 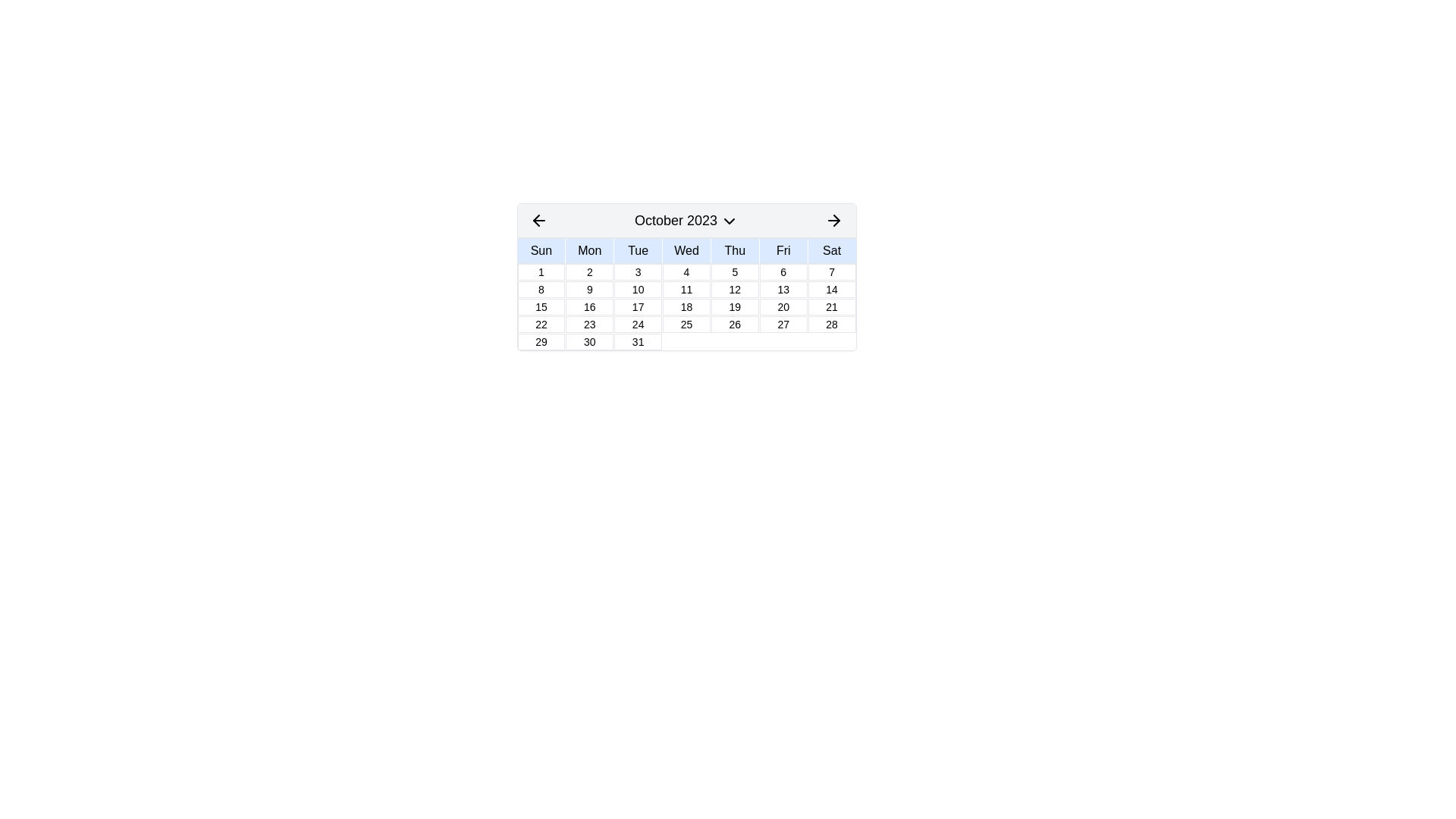 I want to click on the calendar day cell displaying the number '31', so click(x=638, y=342).